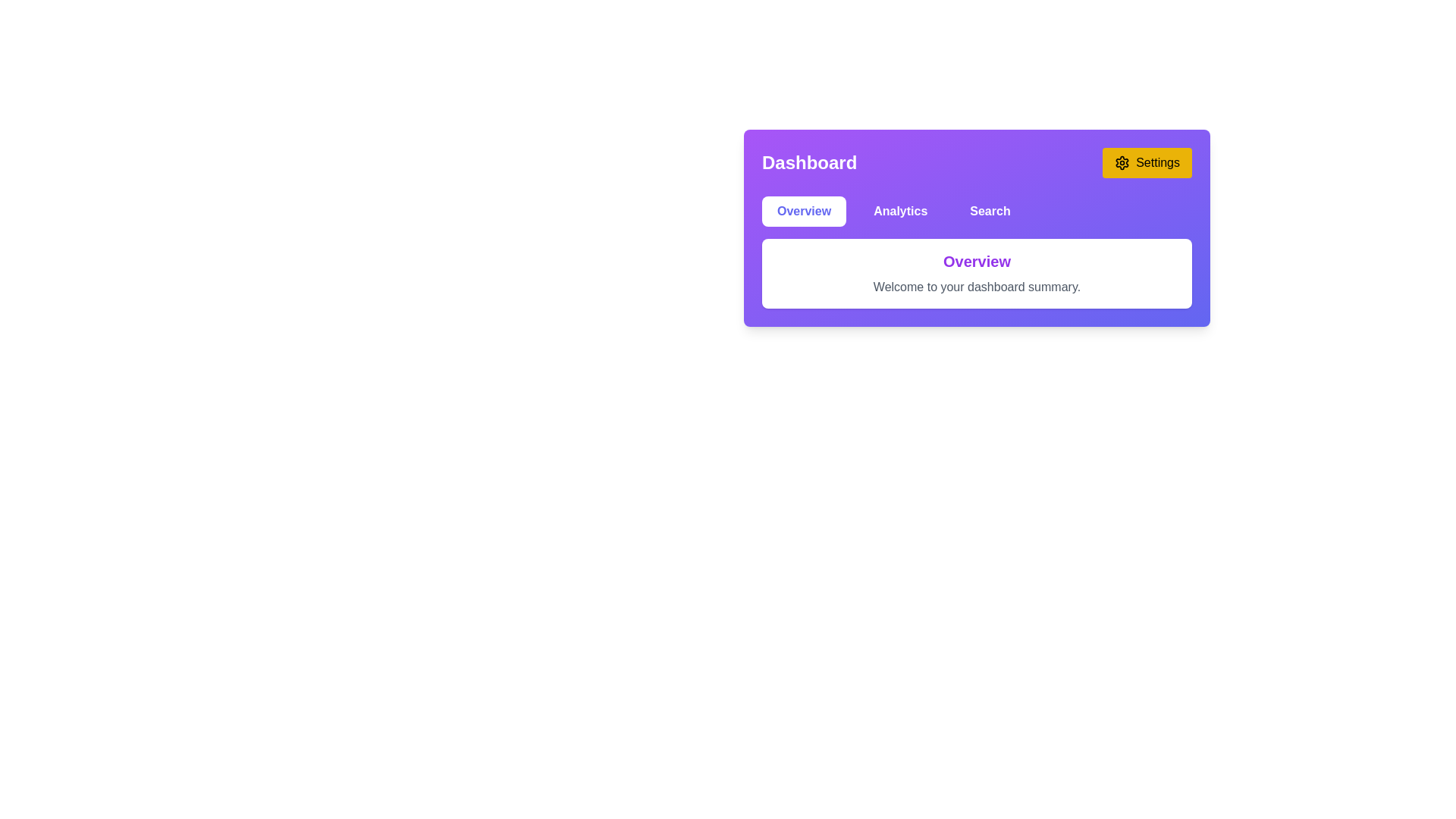  What do you see at coordinates (977, 287) in the screenshot?
I see `the text label that says 'Welcome to your dashboard summary.' located below the 'Overview' title in the purple dashboard interface` at bounding box center [977, 287].